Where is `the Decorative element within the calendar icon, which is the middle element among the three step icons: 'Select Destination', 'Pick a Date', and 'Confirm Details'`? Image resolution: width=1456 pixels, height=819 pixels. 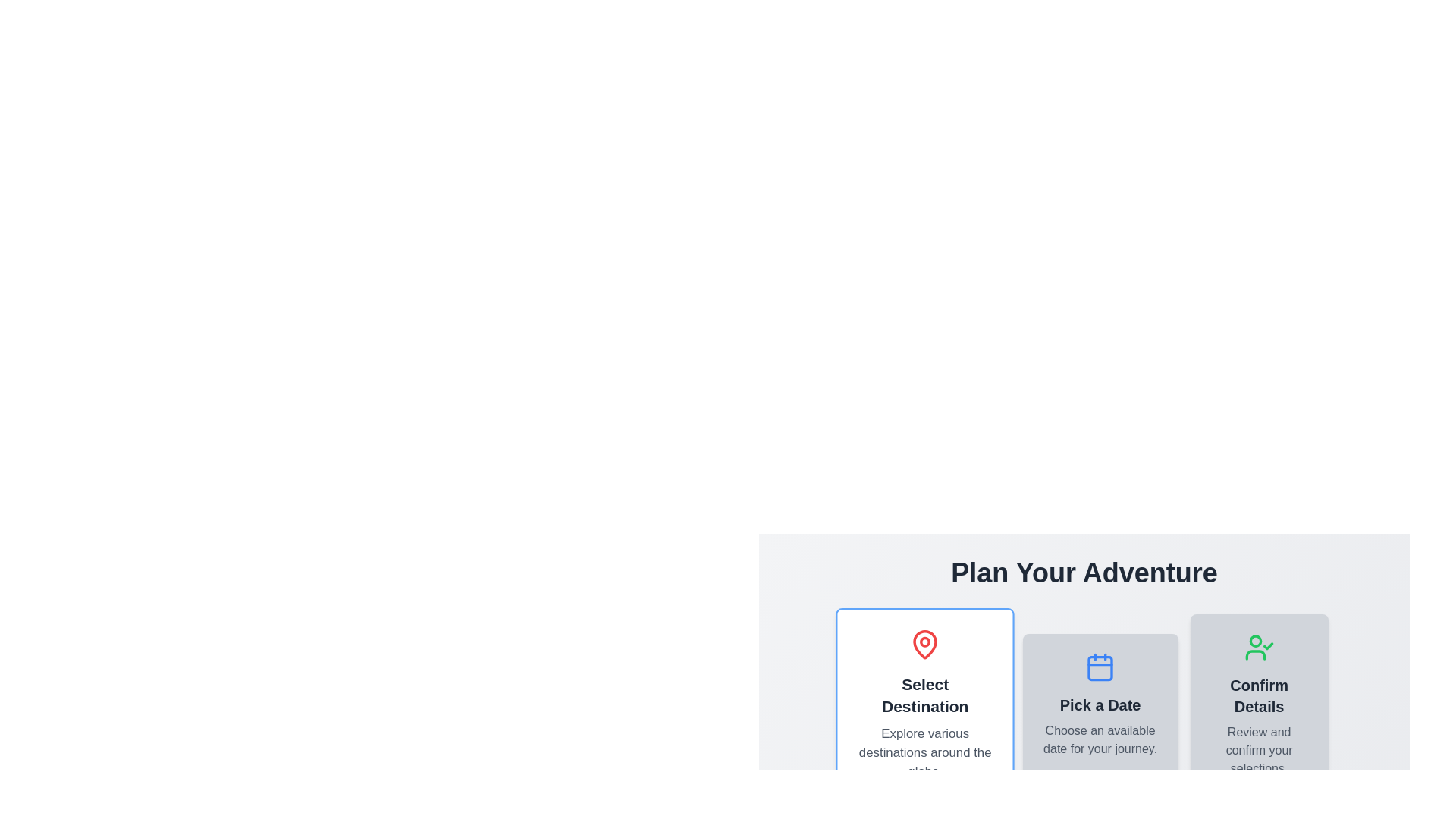
the Decorative element within the calendar icon, which is the middle element among the three step icons: 'Select Destination', 'Pick a Date', and 'Confirm Details' is located at coordinates (1100, 667).